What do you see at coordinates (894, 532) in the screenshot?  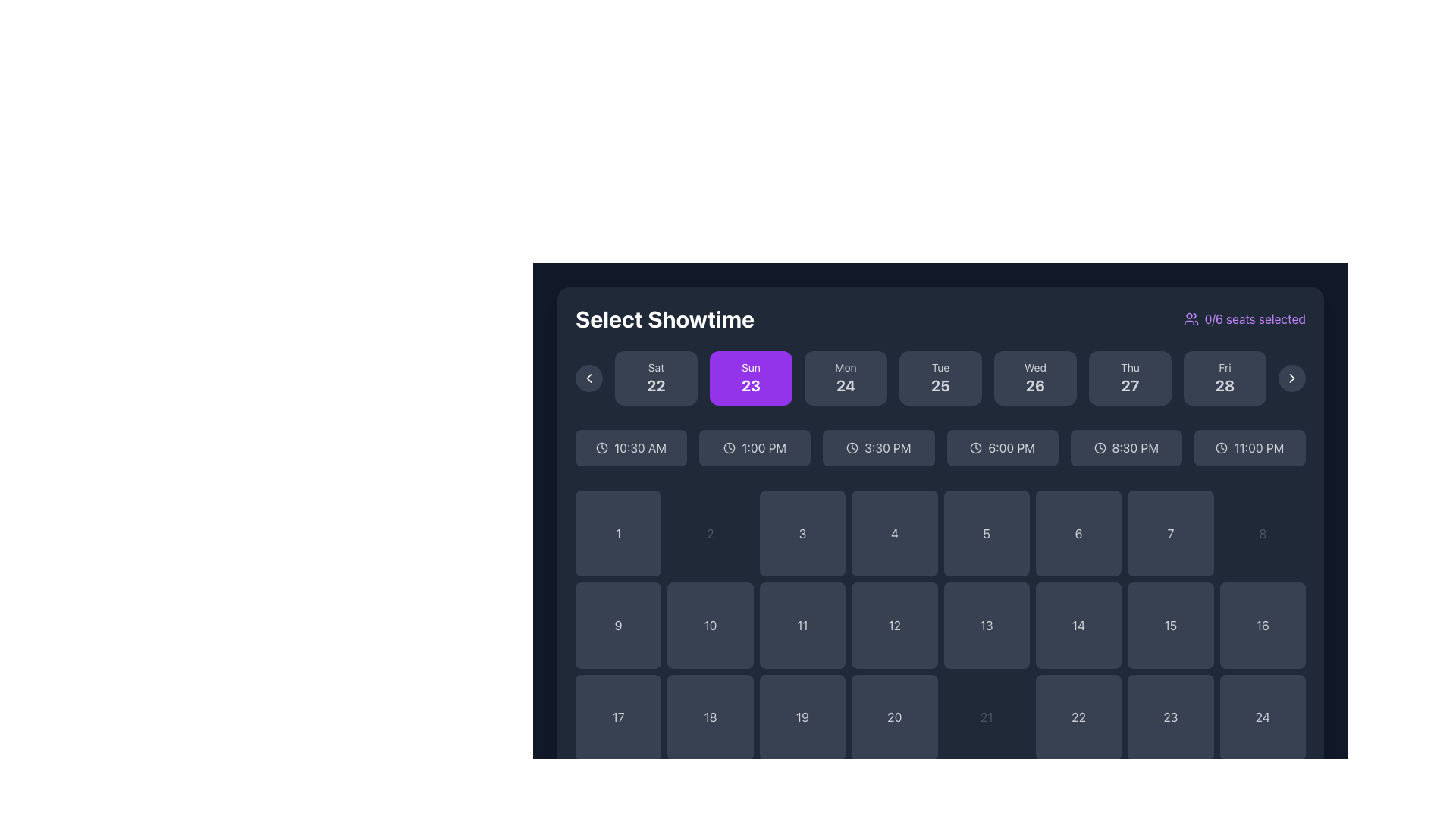 I see `the square button labeled '4', which has a dark gray background and light gray text, to provide visual feedback` at bounding box center [894, 532].